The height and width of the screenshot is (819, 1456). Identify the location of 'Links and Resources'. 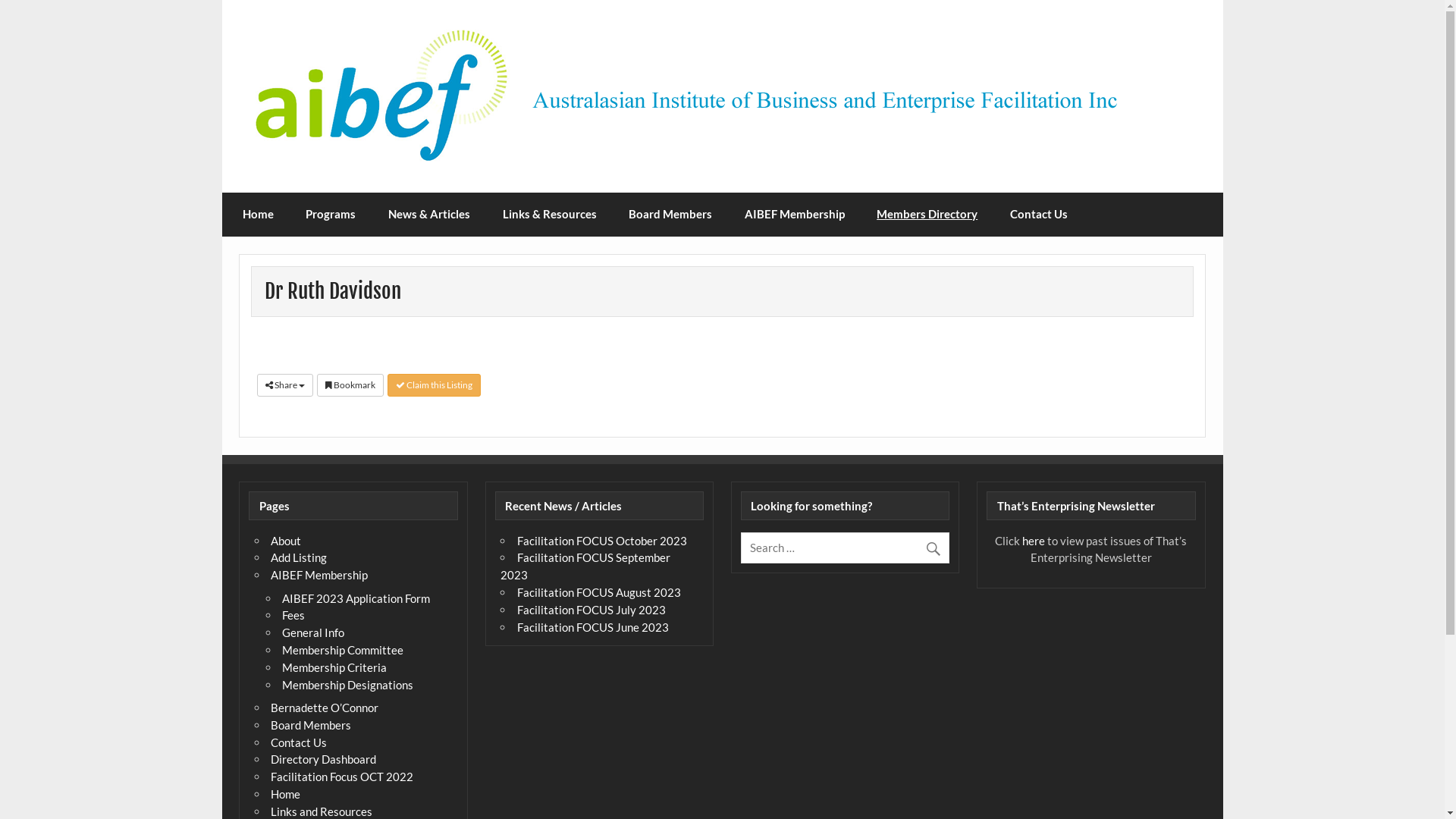
(320, 810).